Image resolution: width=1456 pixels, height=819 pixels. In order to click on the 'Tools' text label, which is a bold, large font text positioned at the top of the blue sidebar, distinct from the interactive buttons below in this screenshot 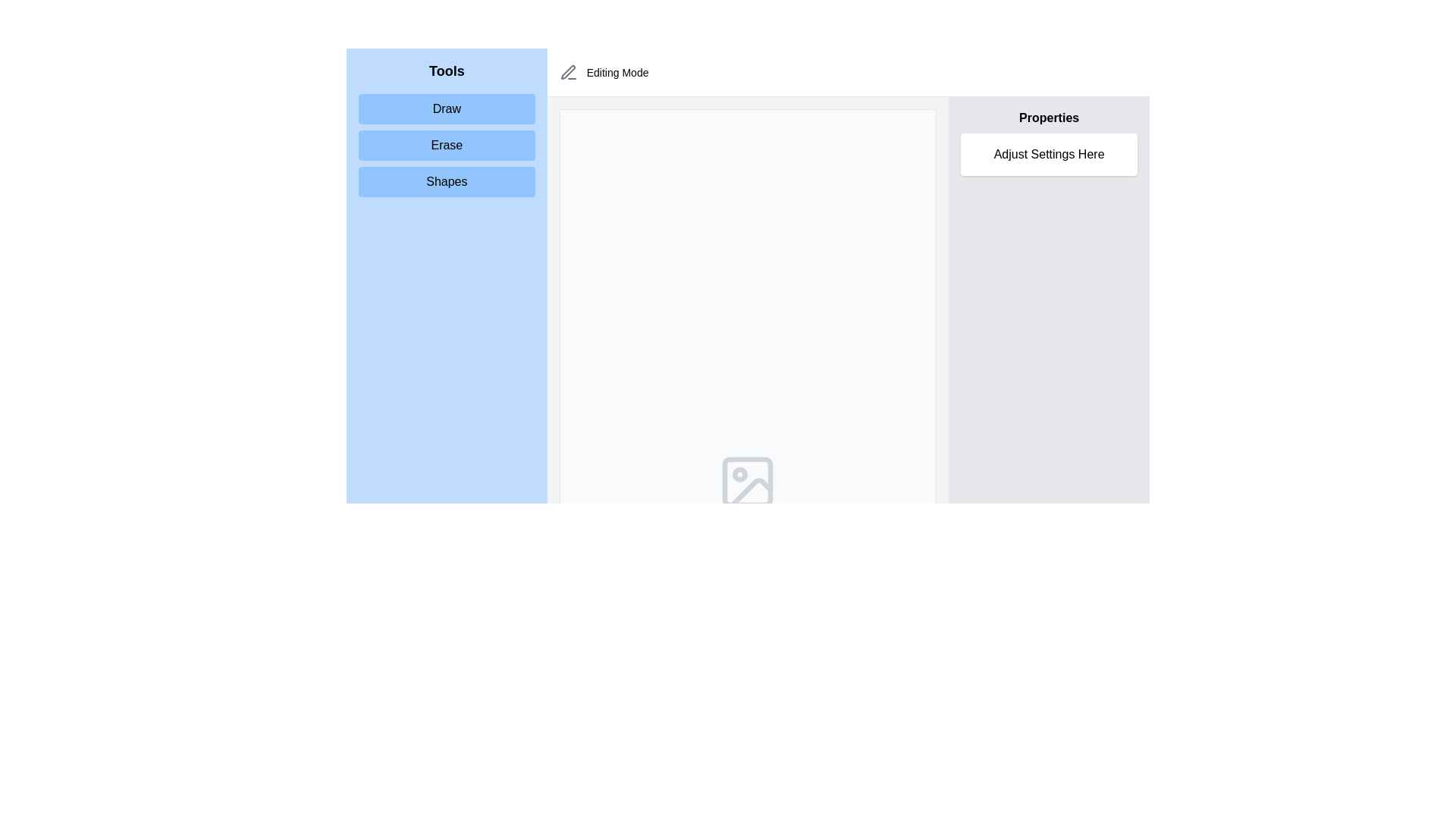, I will do `click(446, 71)`.